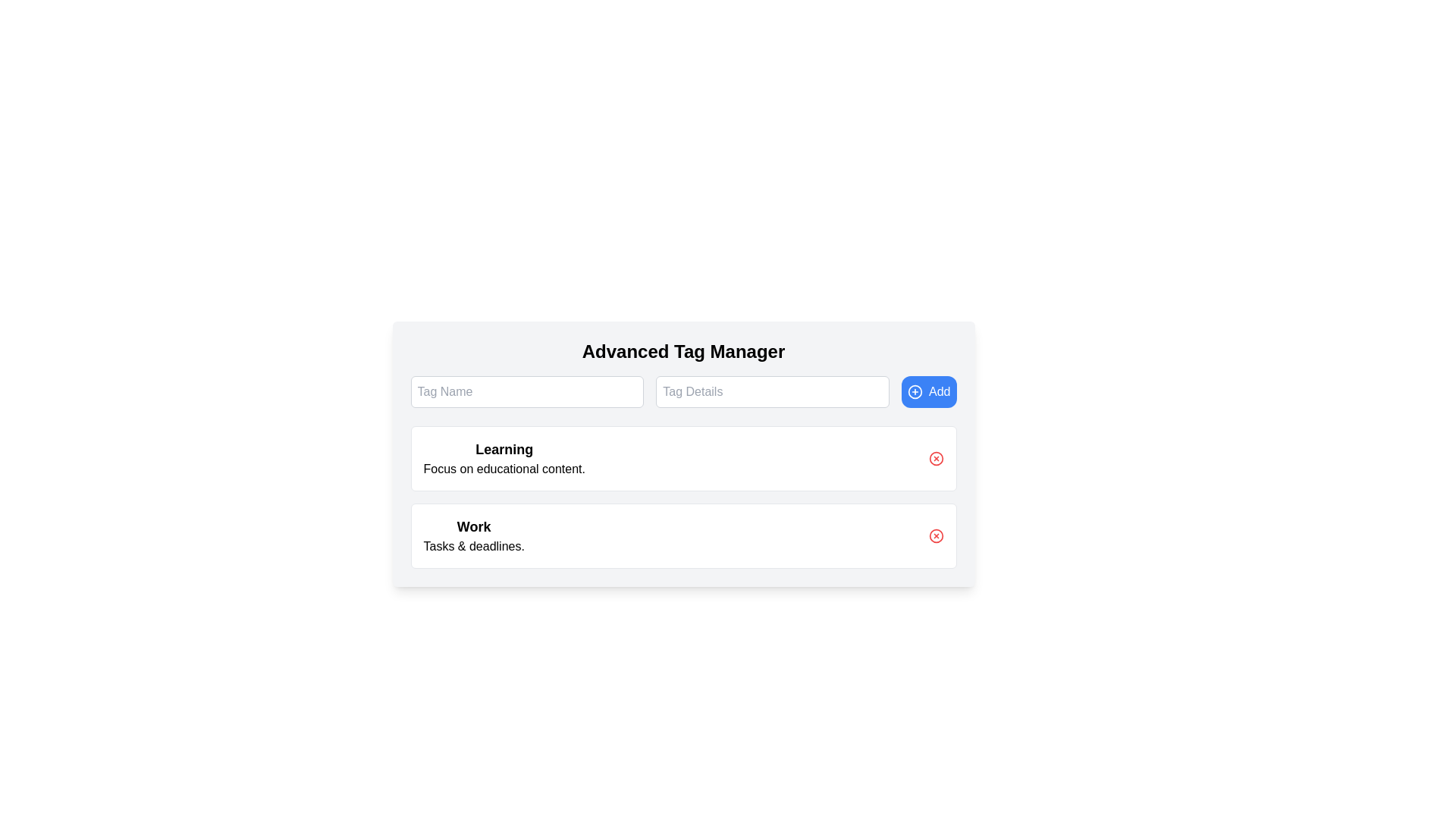 This screenshot has width=1456, height=819. Describe the element at coordinates (473, 535) in the screenshot. I see `the text label that displays 'Work' and 'Tasks & deadlines.' located within the second section under 'Advanced Tag Manager', below the 'Learning' box` at that location.